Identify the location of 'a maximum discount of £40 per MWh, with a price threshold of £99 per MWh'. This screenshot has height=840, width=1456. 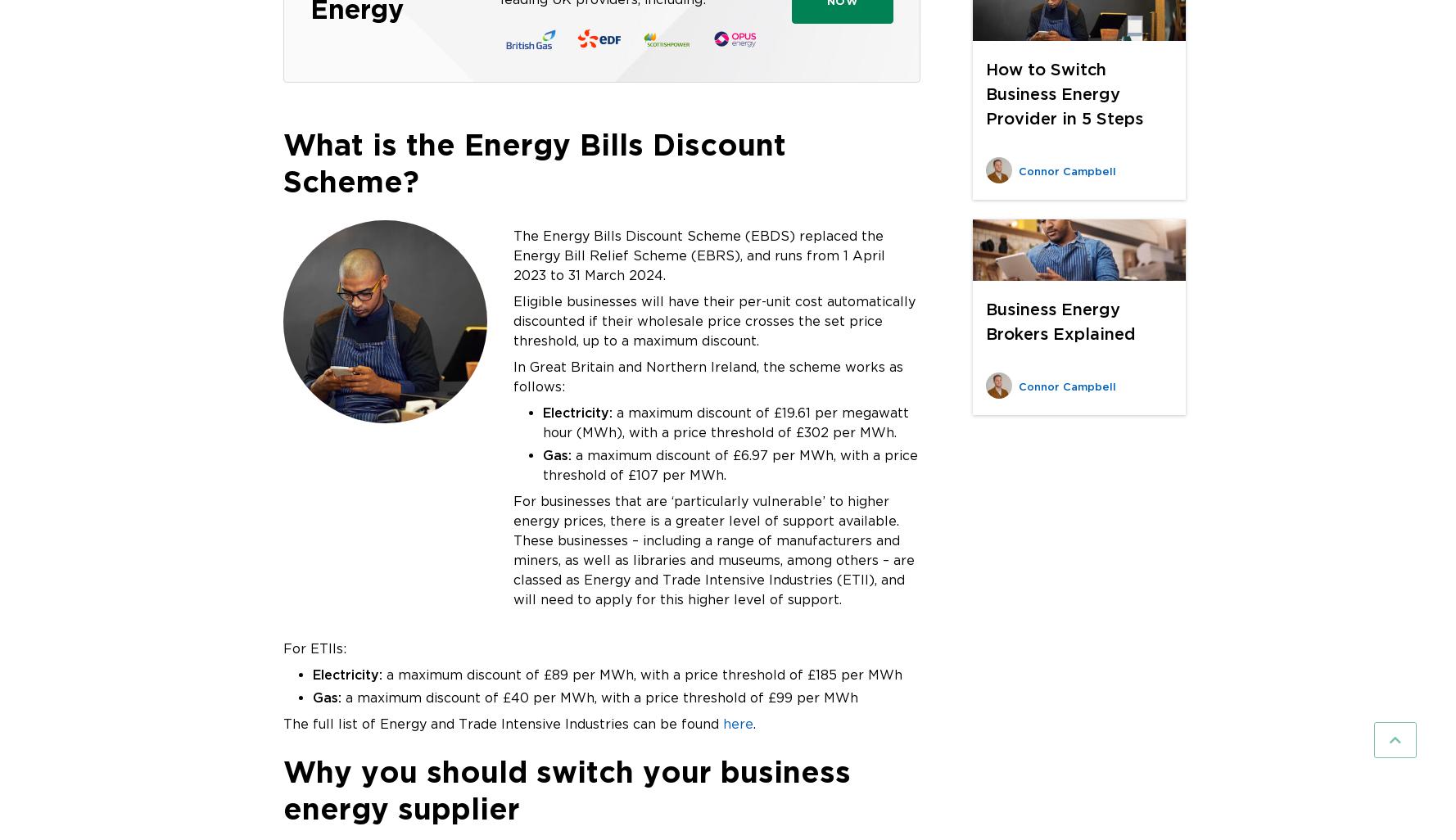
(599, 697).